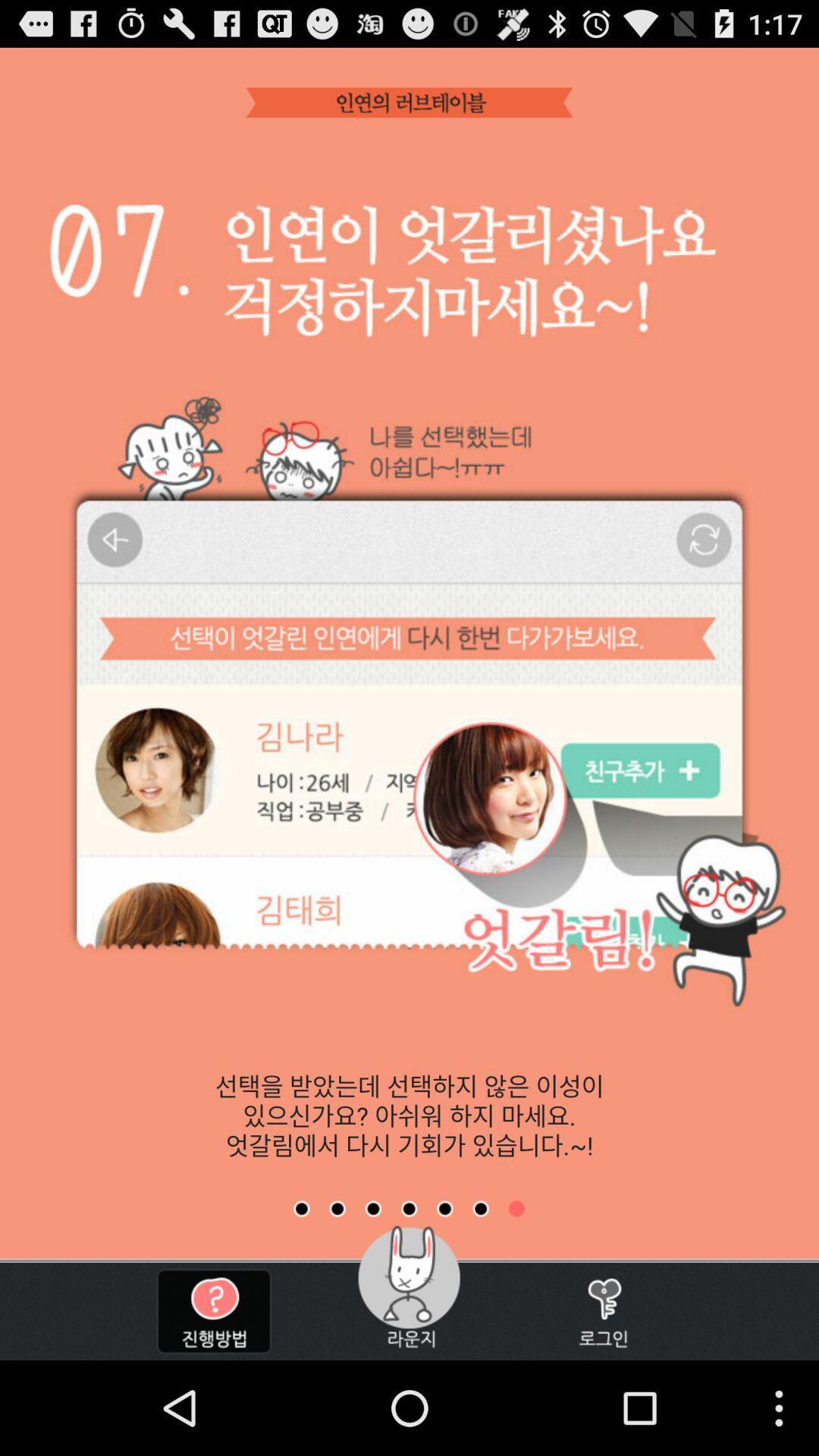 This screenshot has width=819, height=1456. What do you see at coordinates (214, 1310) in the screenshot?
I see `button at the bottom left corner` at bounding box center [214, 1310].